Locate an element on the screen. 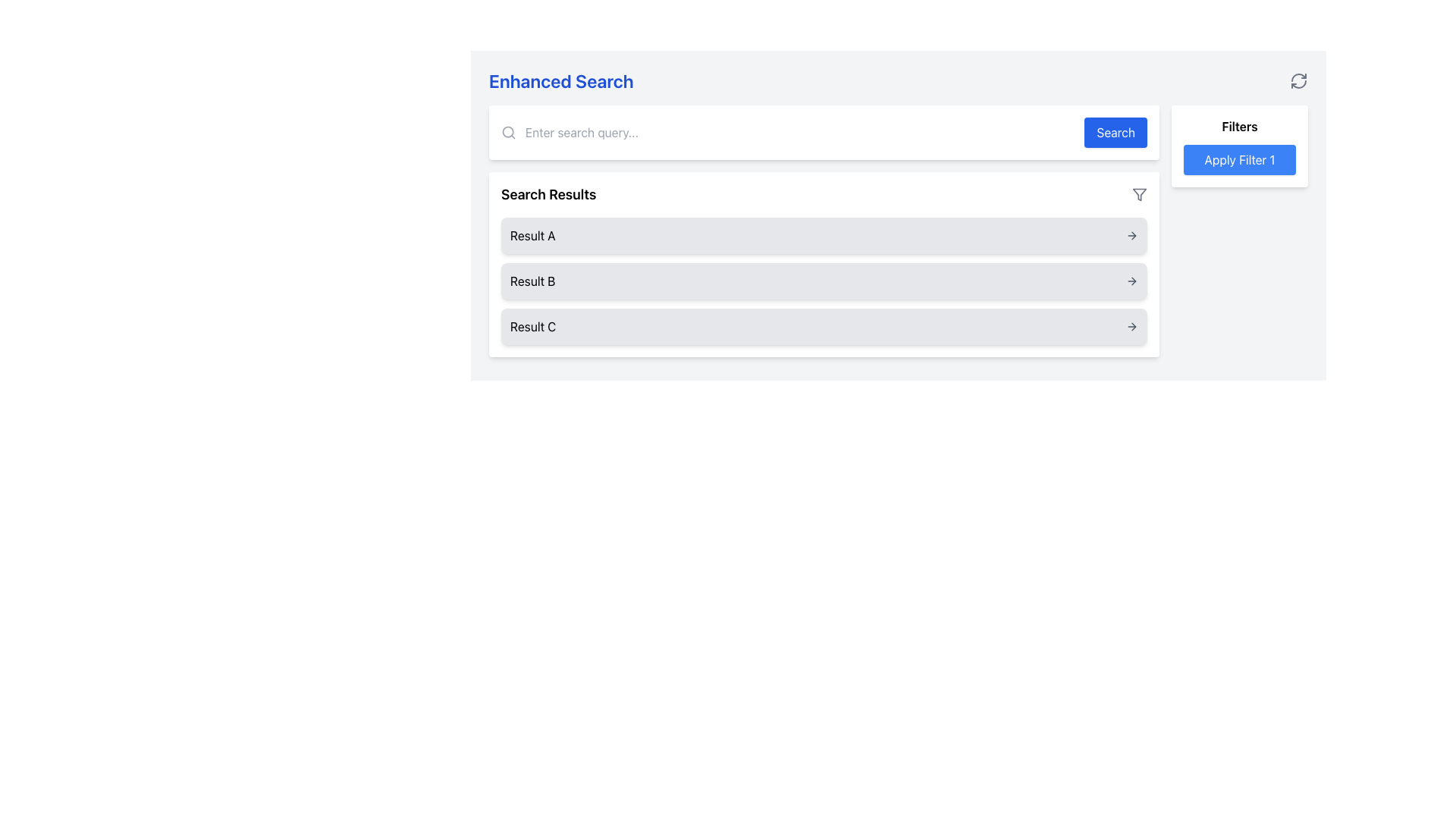  the 'Result C' text label, which is the first text item in the clickable card that is the third entry in the search results under the 'Search Results' heading is located at coordinates (533, 326).